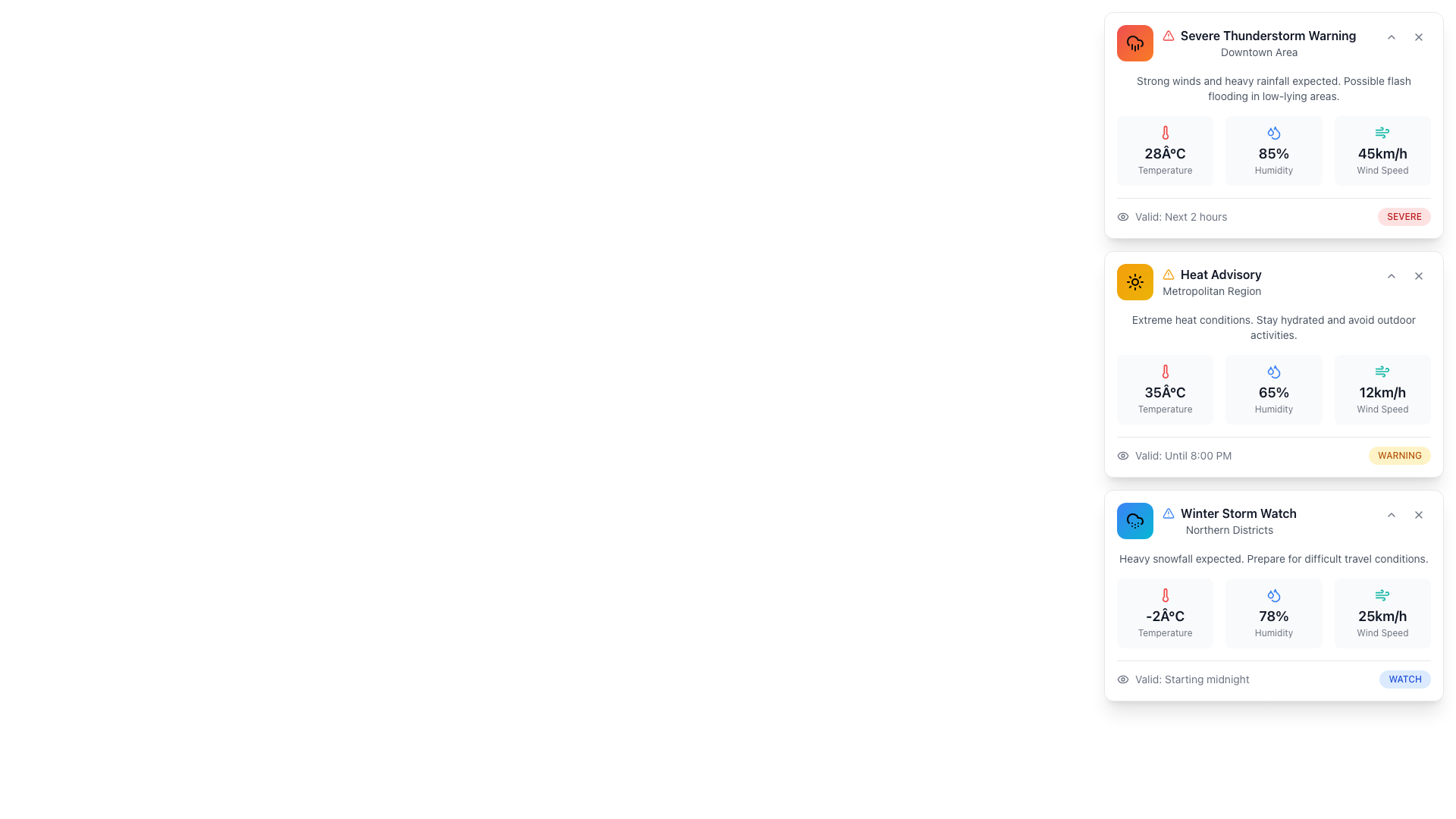  What do you see at coordinates (1274, 151) in the screenshot?
I see `the humidity informational card located in the second column of the grid layout within the 'Severe Thunderstorm Warning' card at the top of the display` at bounding box center [1274, 151].